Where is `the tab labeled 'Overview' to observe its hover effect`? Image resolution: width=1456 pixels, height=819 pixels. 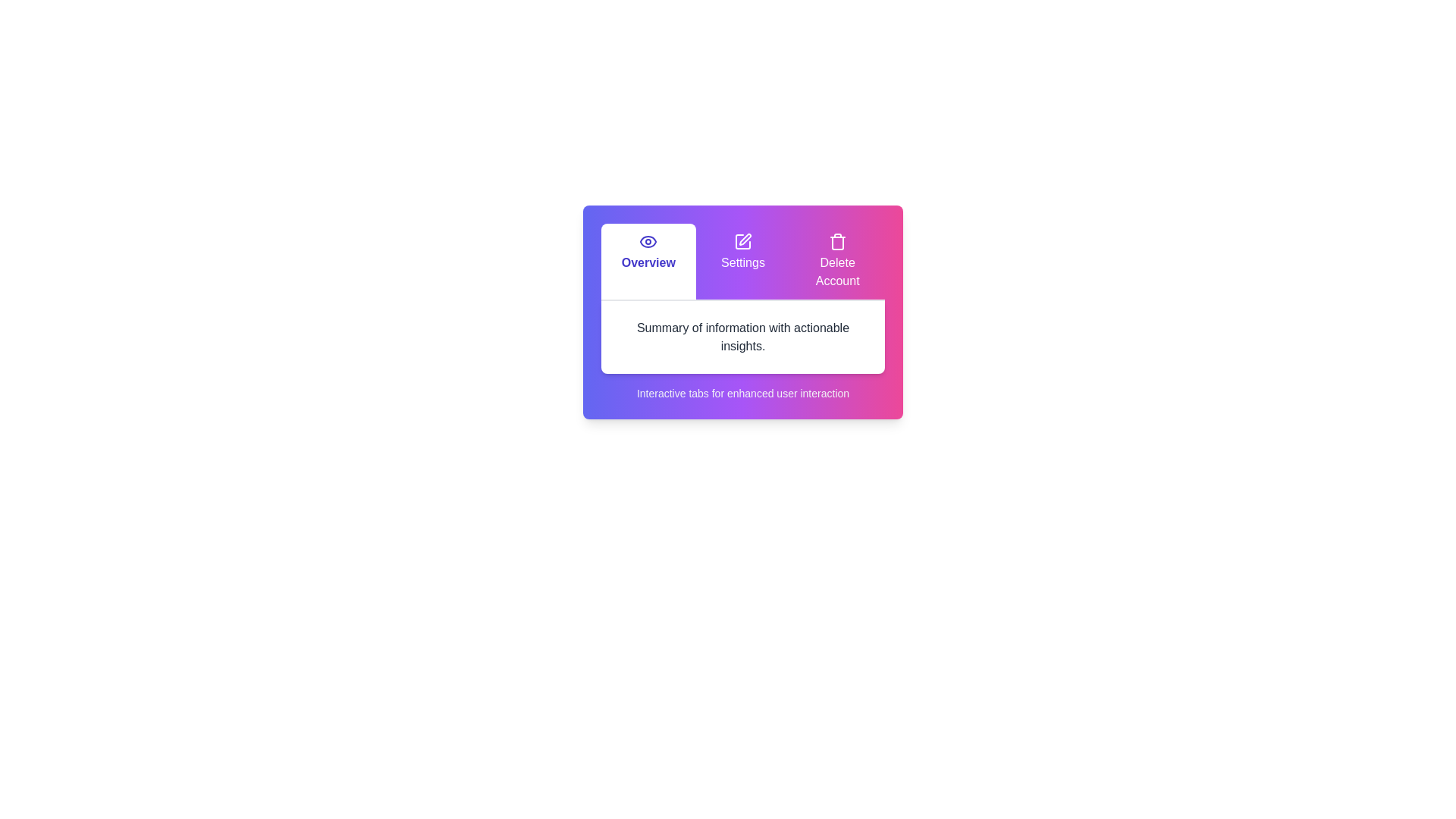 the tab labeled 'Overview' to observe its hover effect is located at coordinates (648, 260).